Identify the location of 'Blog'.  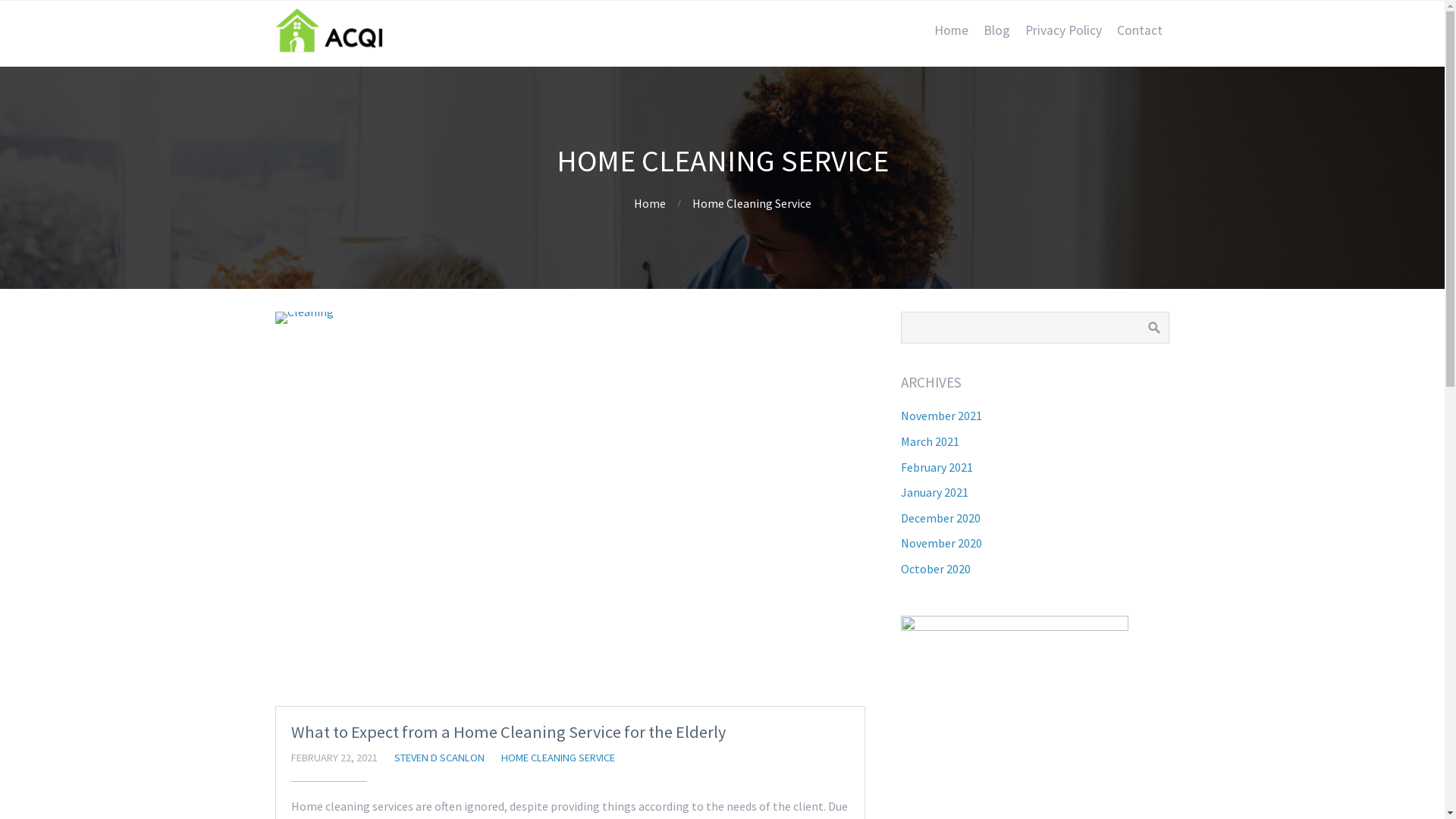
(975, 30).